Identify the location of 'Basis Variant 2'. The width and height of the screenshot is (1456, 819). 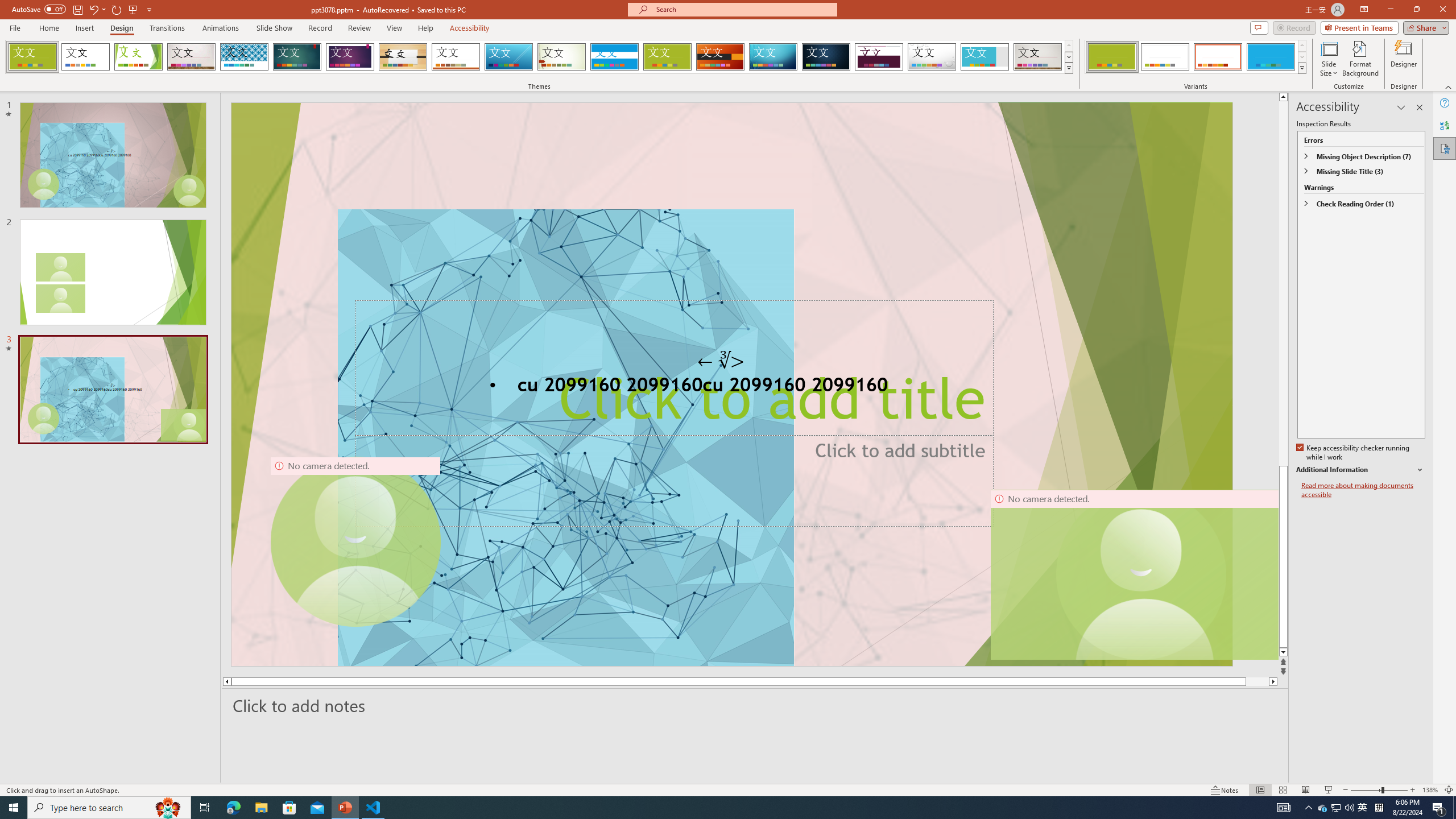
(1164, 56).